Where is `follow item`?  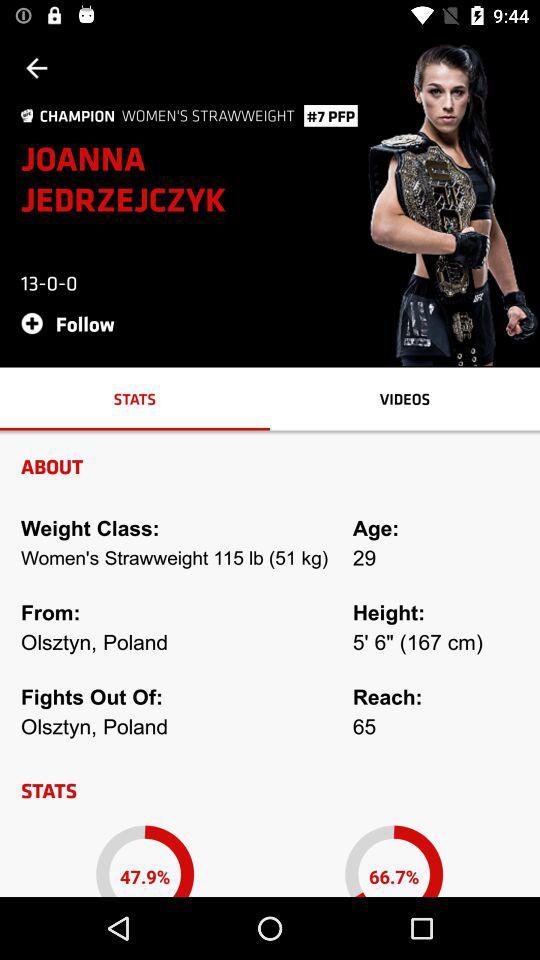
follow item is located at coordinates (73, 323).